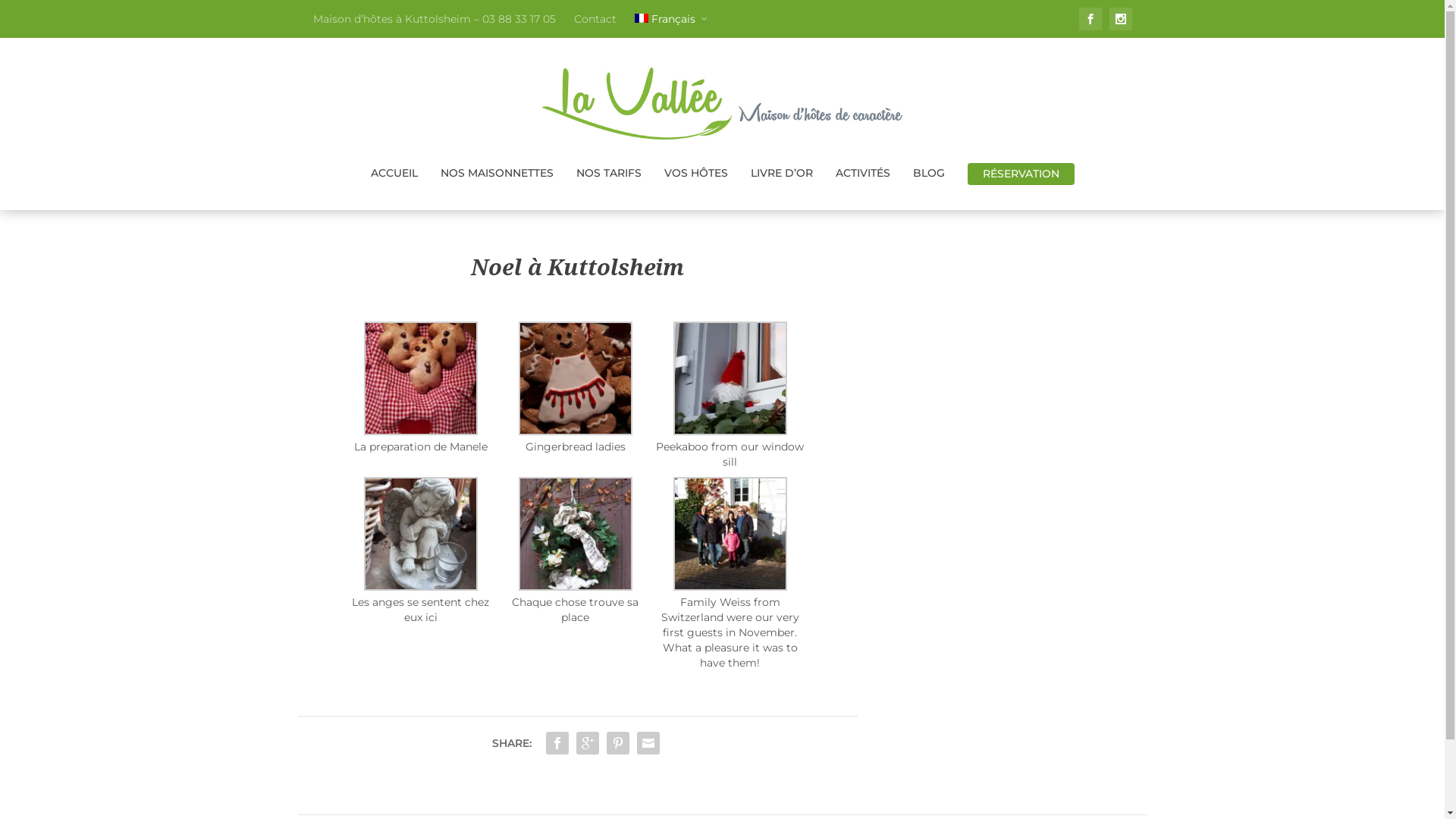  What do you see at coordinates (496, 177) in the screenshot?
I see `'NOS MAISONNETTES'` at bounding box center [496, 177].